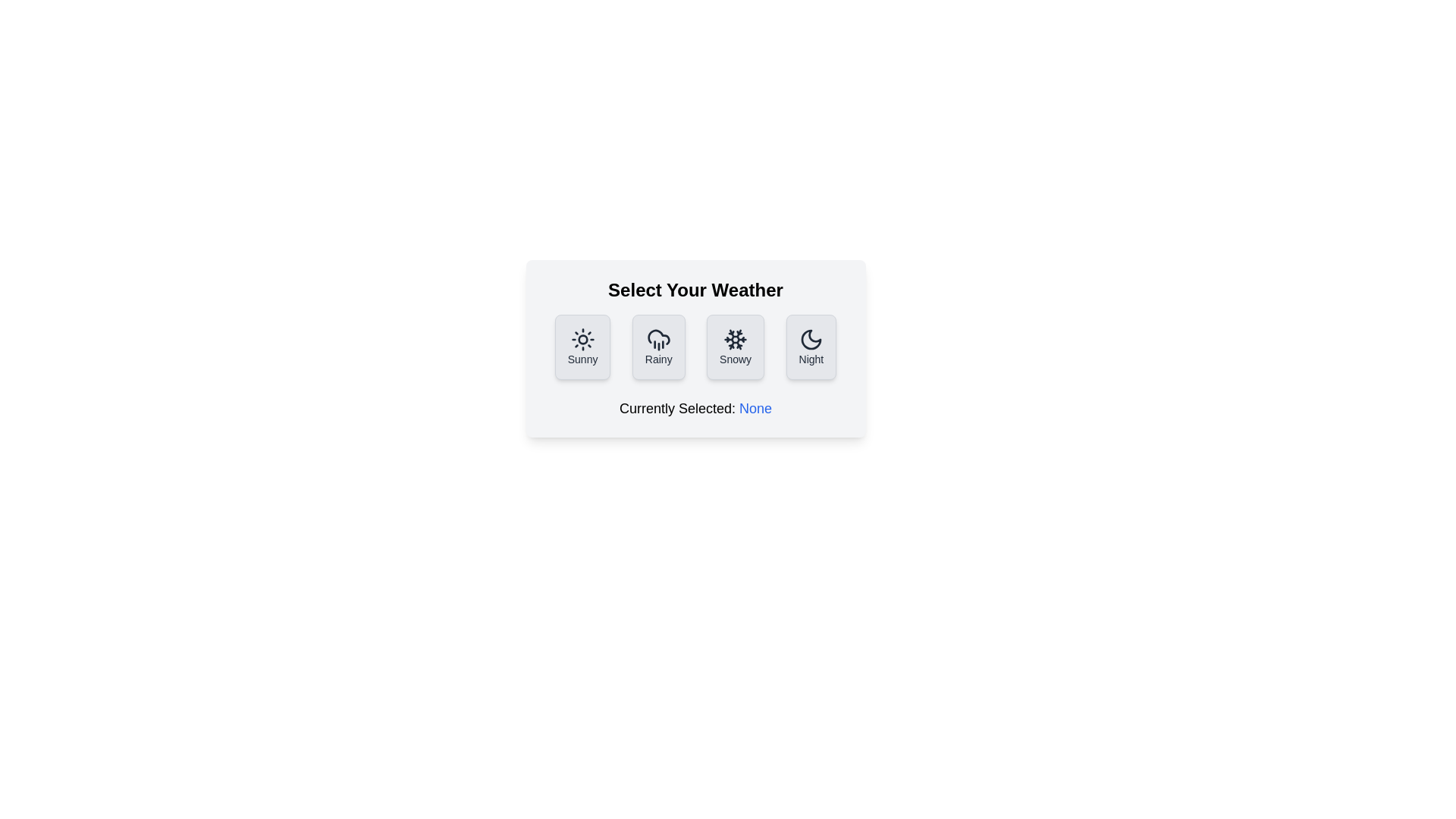 The width and height of the screenshot is (1456, 819). Describe the element at coordinates (736, 347) in the screenshot. I see `the 'Snowy' weather selection button using tab navigation` at that location.